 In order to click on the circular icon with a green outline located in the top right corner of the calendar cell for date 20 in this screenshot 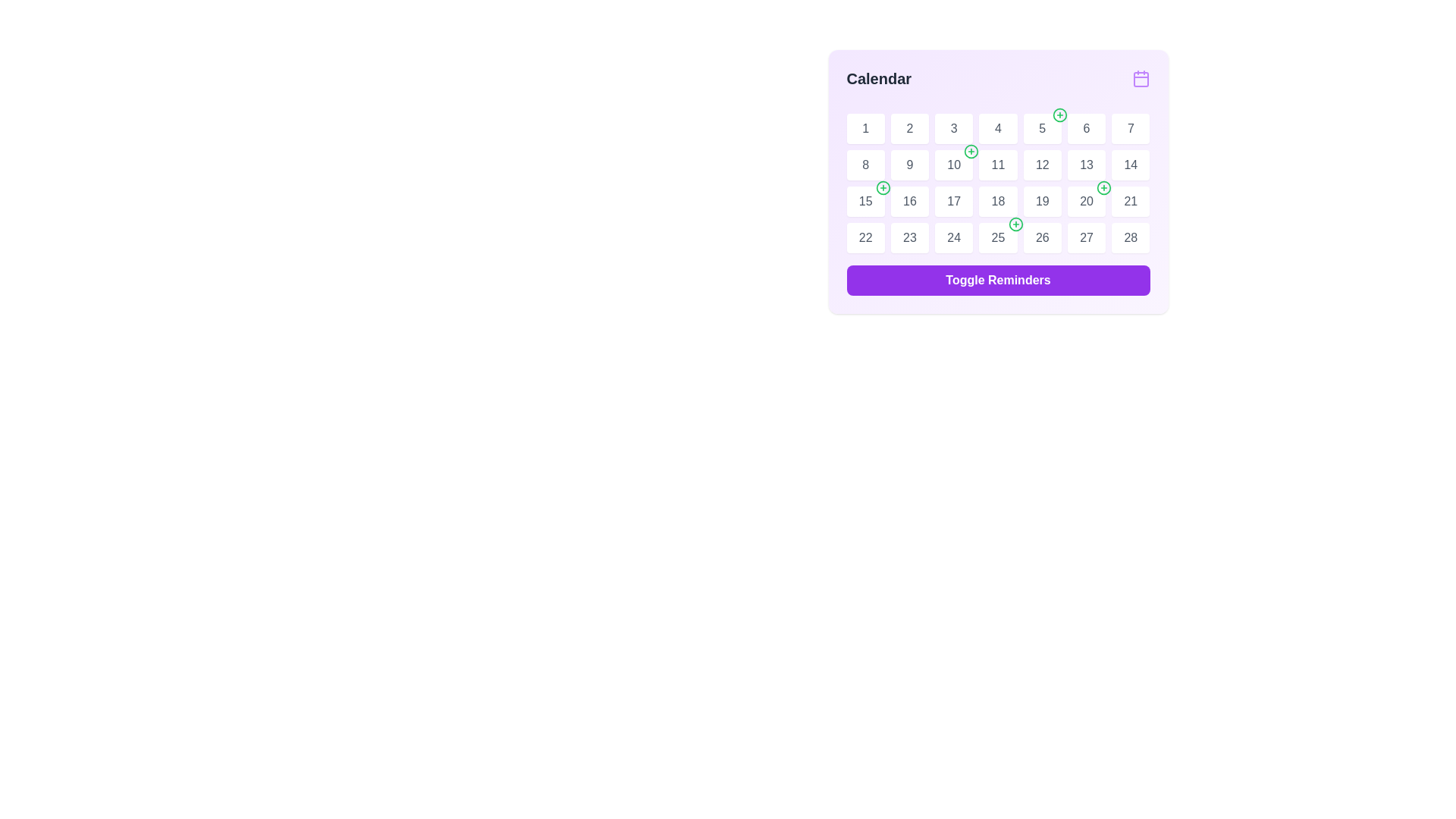, I will do `click(1104, 187)`.